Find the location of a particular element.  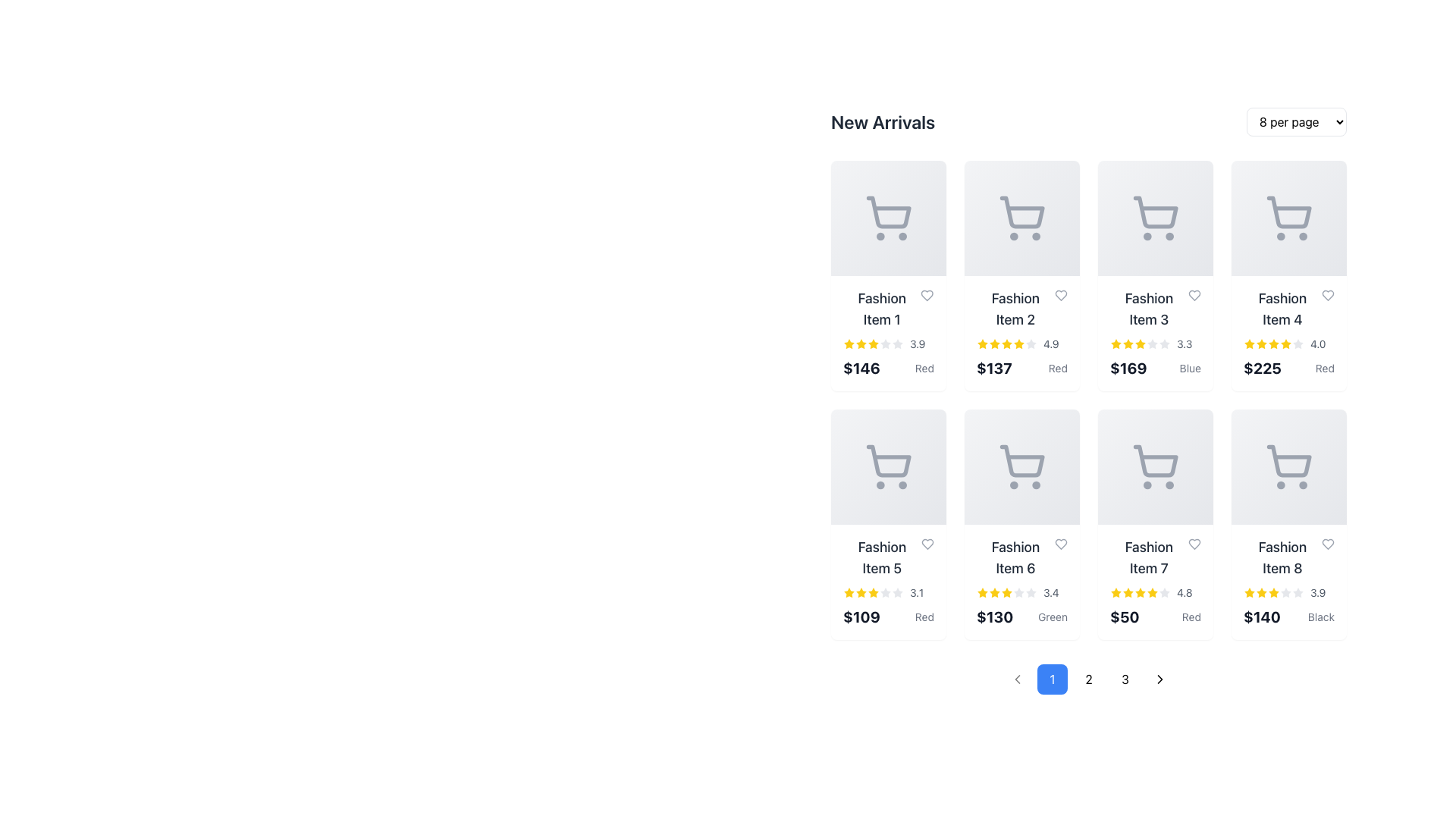

the second product card is located at coordinates (1022, 275).